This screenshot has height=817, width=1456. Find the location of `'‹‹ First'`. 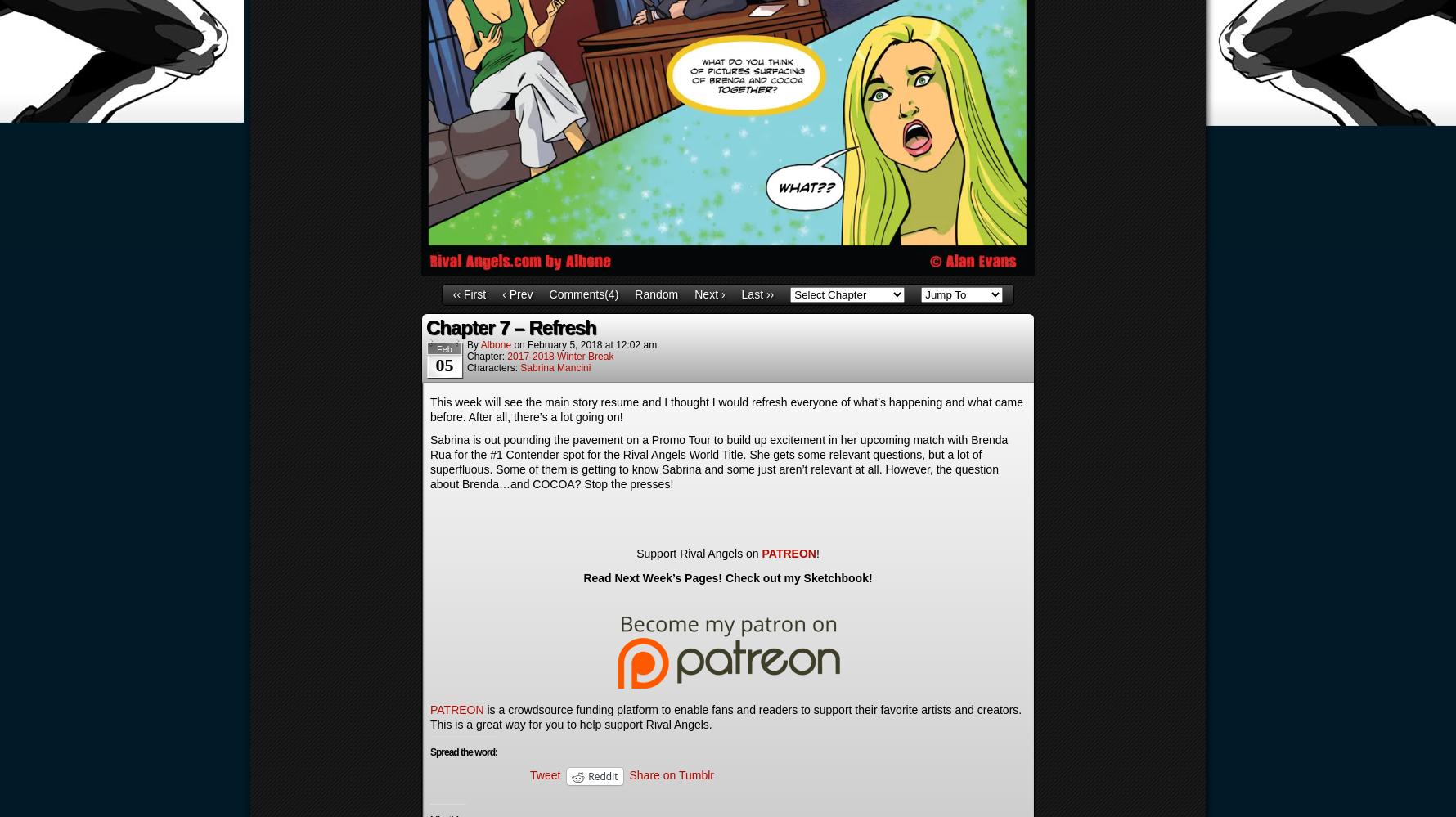

'‹‹ First' is located at coordinates (468, 294).